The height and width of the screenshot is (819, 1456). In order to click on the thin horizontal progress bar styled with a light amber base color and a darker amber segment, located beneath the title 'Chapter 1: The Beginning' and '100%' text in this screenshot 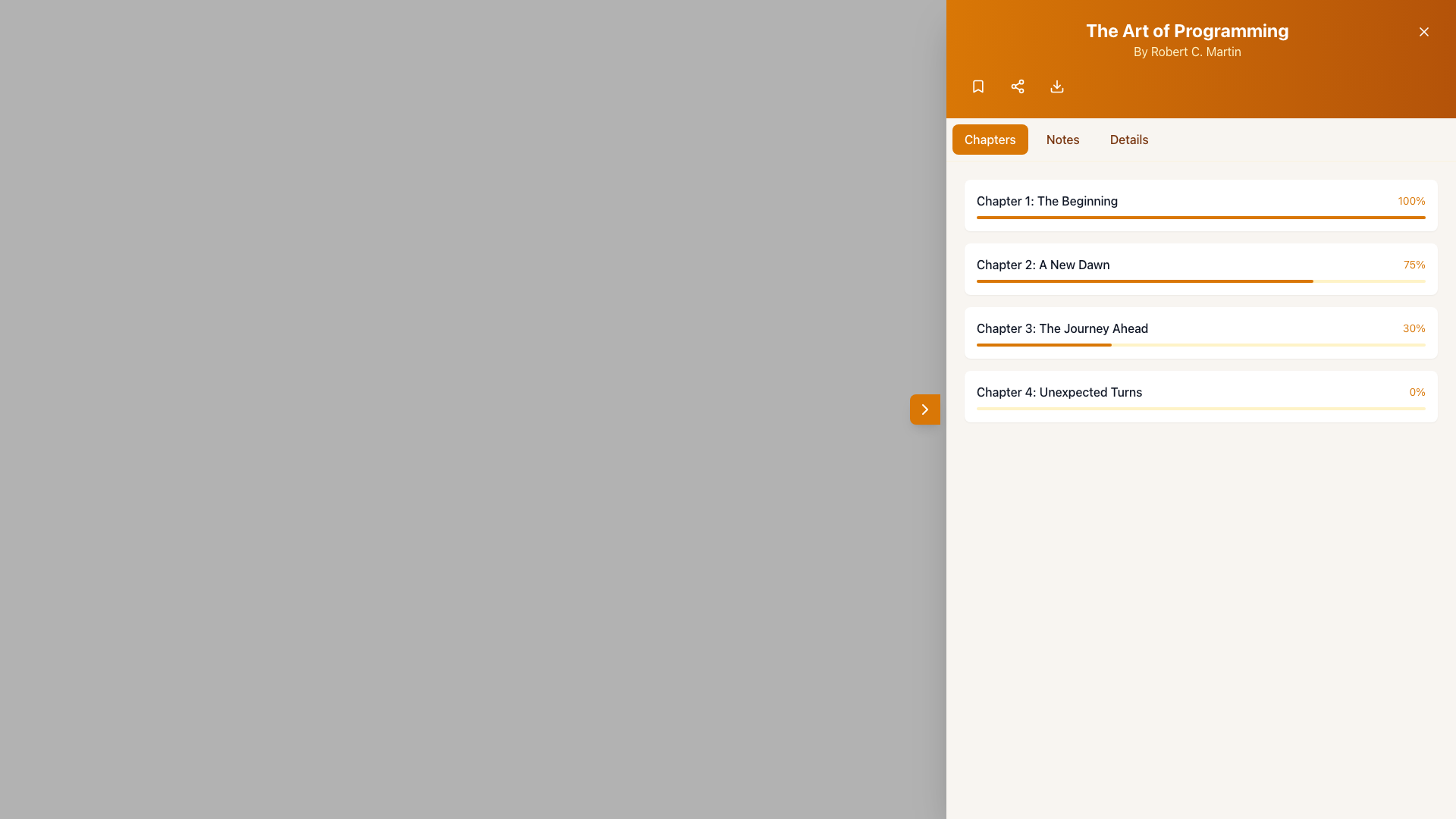, I will do `click(1200, 217)`.